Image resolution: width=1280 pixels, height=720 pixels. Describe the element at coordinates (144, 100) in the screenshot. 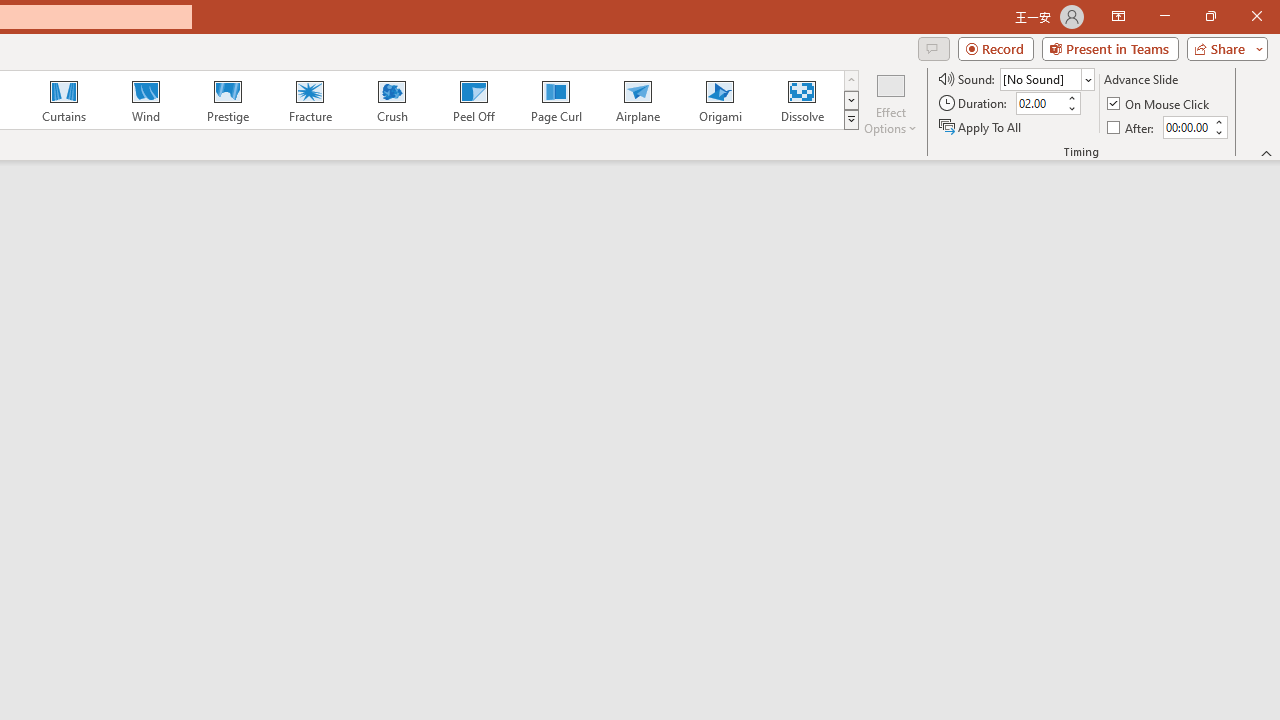

I see `'Wind'` at that location.